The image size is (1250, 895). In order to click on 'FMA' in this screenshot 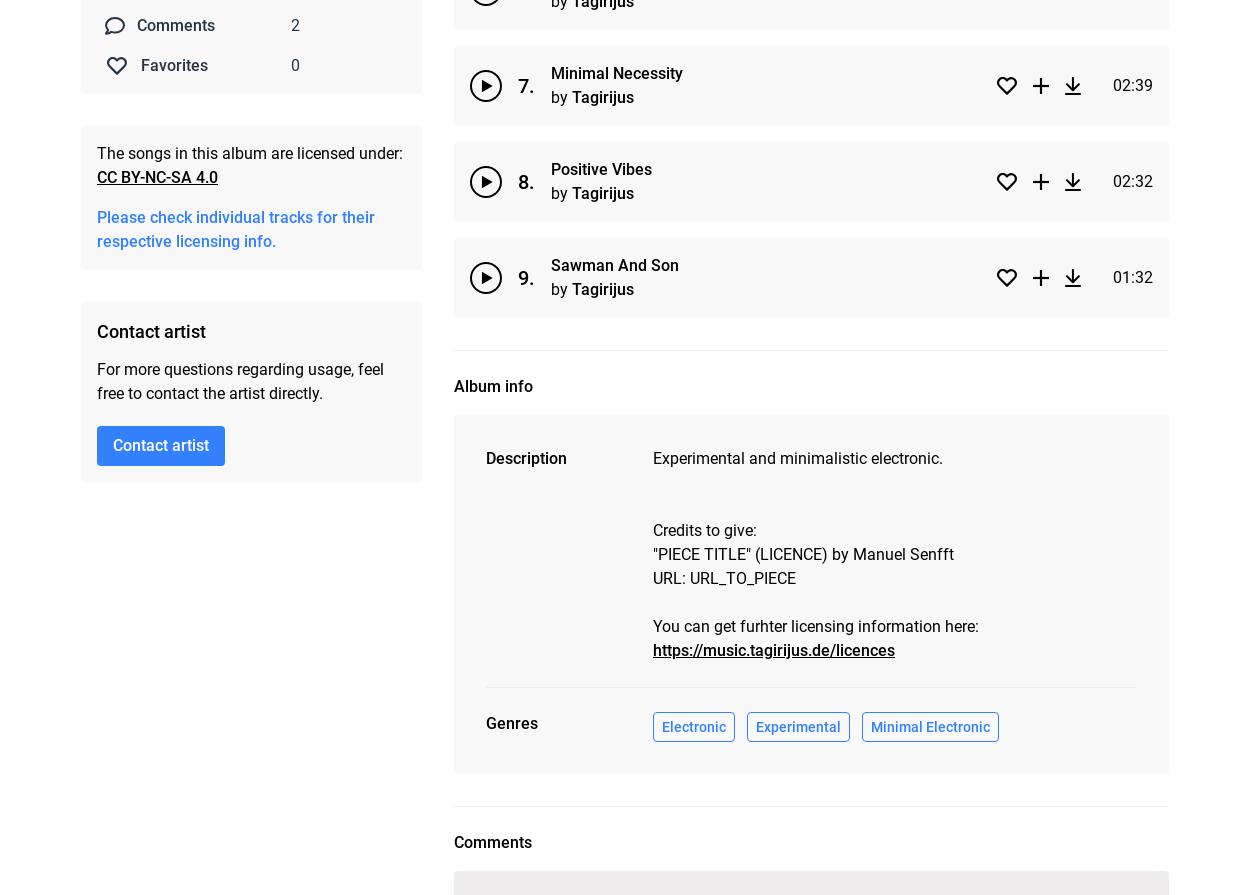, I will do `click(50, 784)`.